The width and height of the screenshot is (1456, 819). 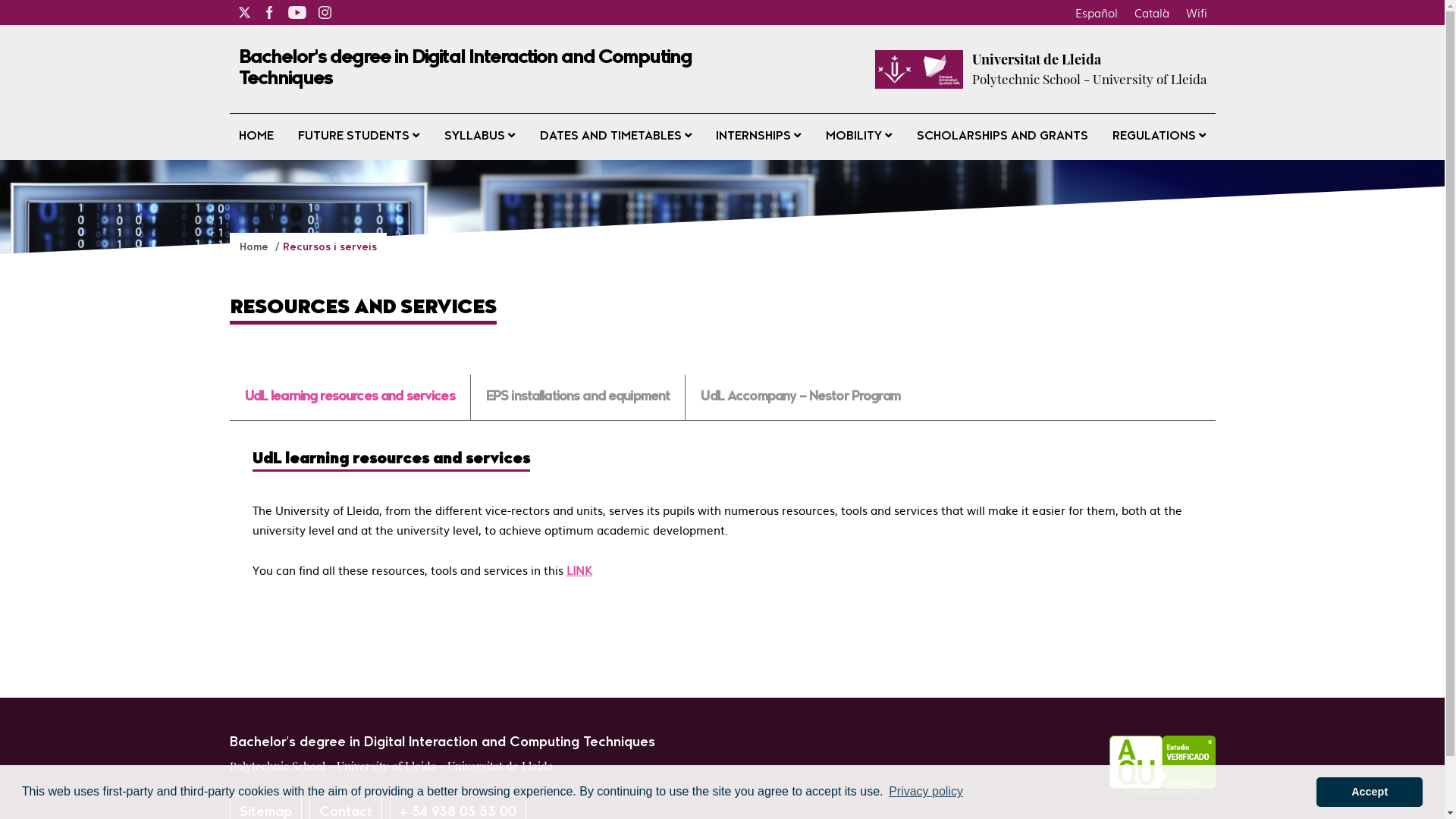 I want to click on 'Recursos i serveis', so click(x=328, y=246).